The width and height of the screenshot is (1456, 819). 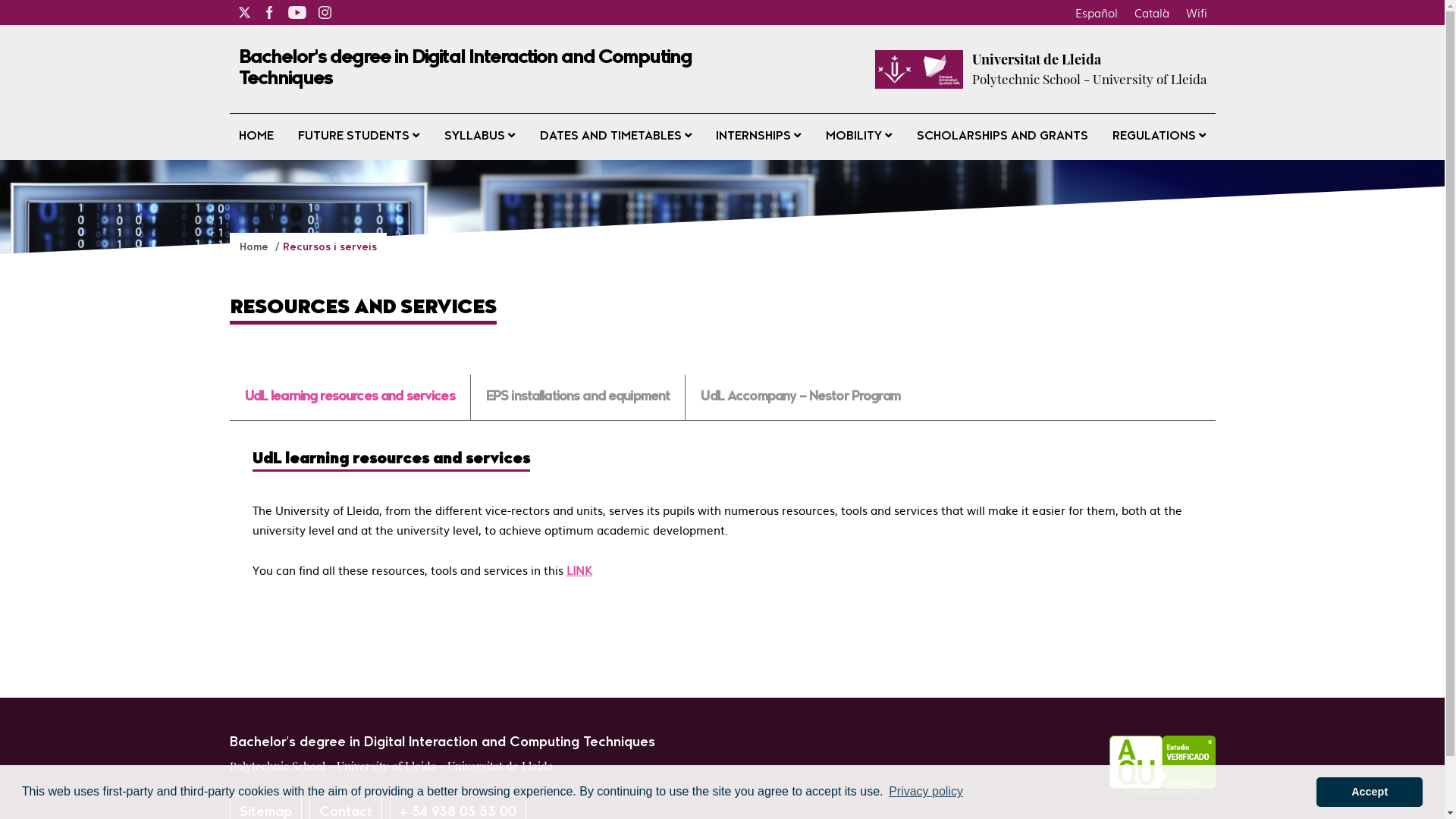 I want to click on 'Recursos i serveis', so click(x=328, y=246).